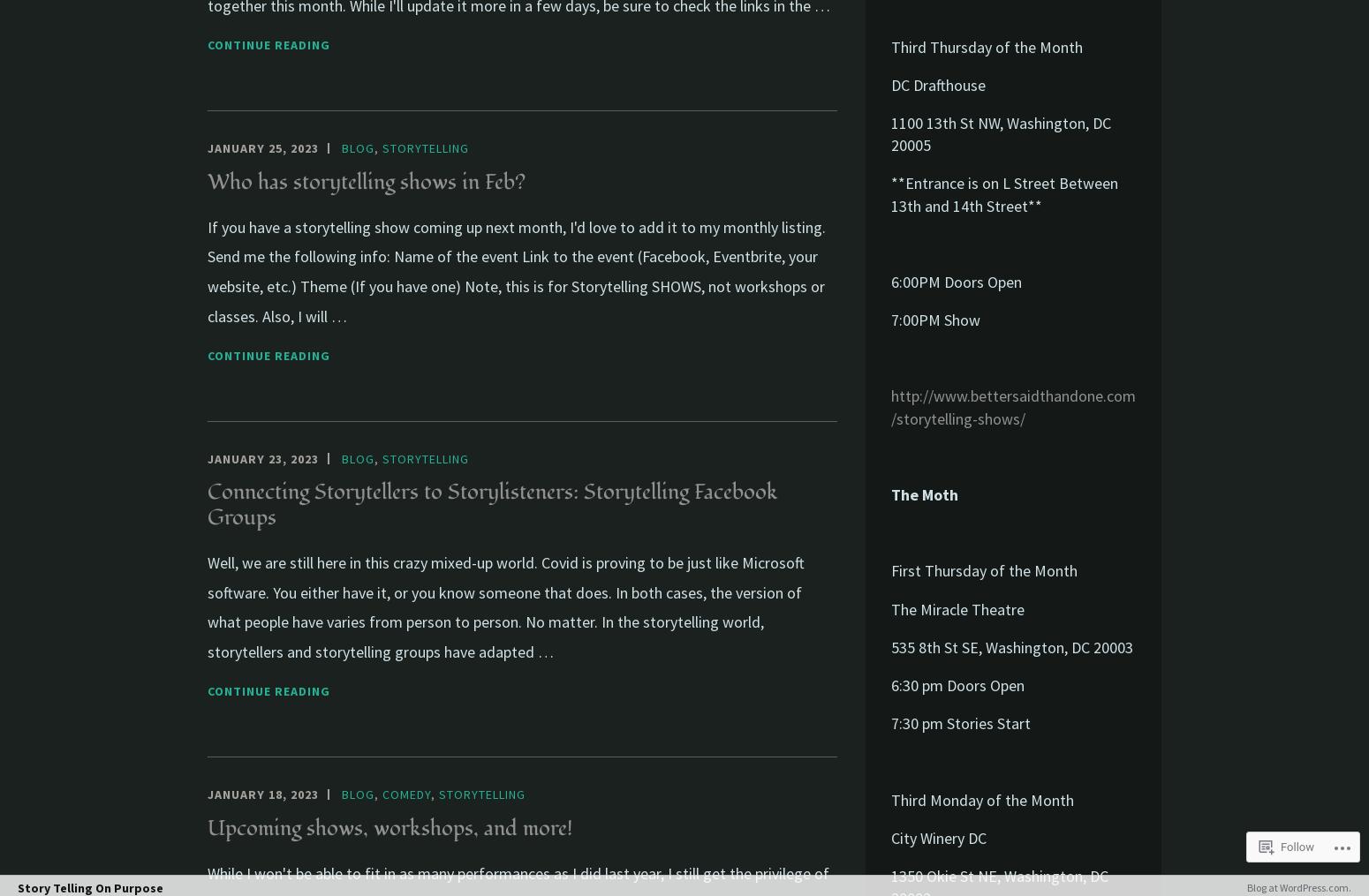 Image resolution: width=1369 pixels, height=896 pixels. What do you see at coordinates (516, 270) in the screenshot?
I see `'If you have a storytelling show coming up next month, I'd love to add it to my monthly listing. Send me the following info: Name of the event Link to the event (Facebook, Eventbrite, your website, etc.) Theme (If you have one) Note, this is for Storytelling SHOWS, not workshops or classes. Also, I will …'` at bounding box center [516, 270].